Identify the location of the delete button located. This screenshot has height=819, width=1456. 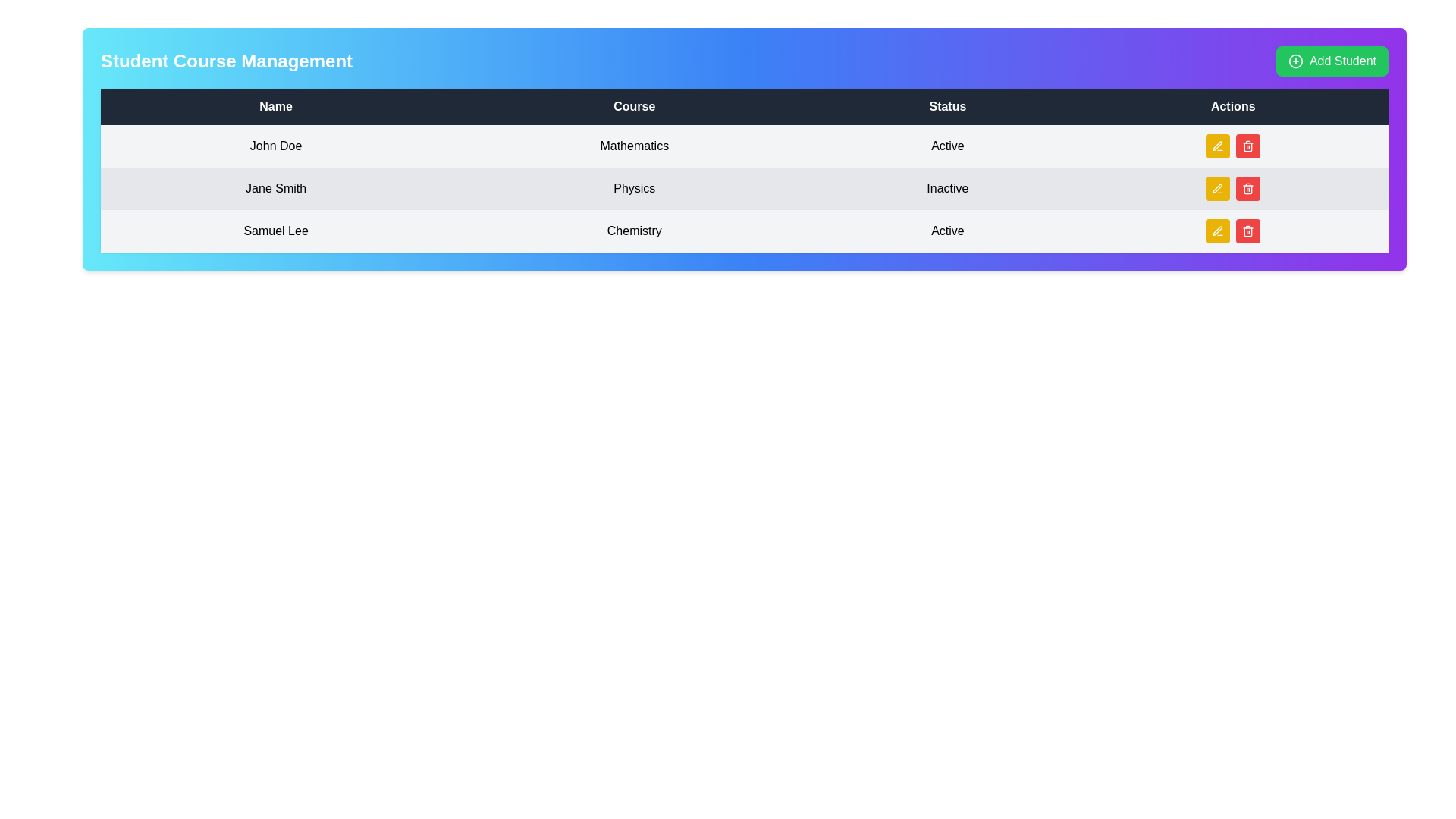
(1248, 231).